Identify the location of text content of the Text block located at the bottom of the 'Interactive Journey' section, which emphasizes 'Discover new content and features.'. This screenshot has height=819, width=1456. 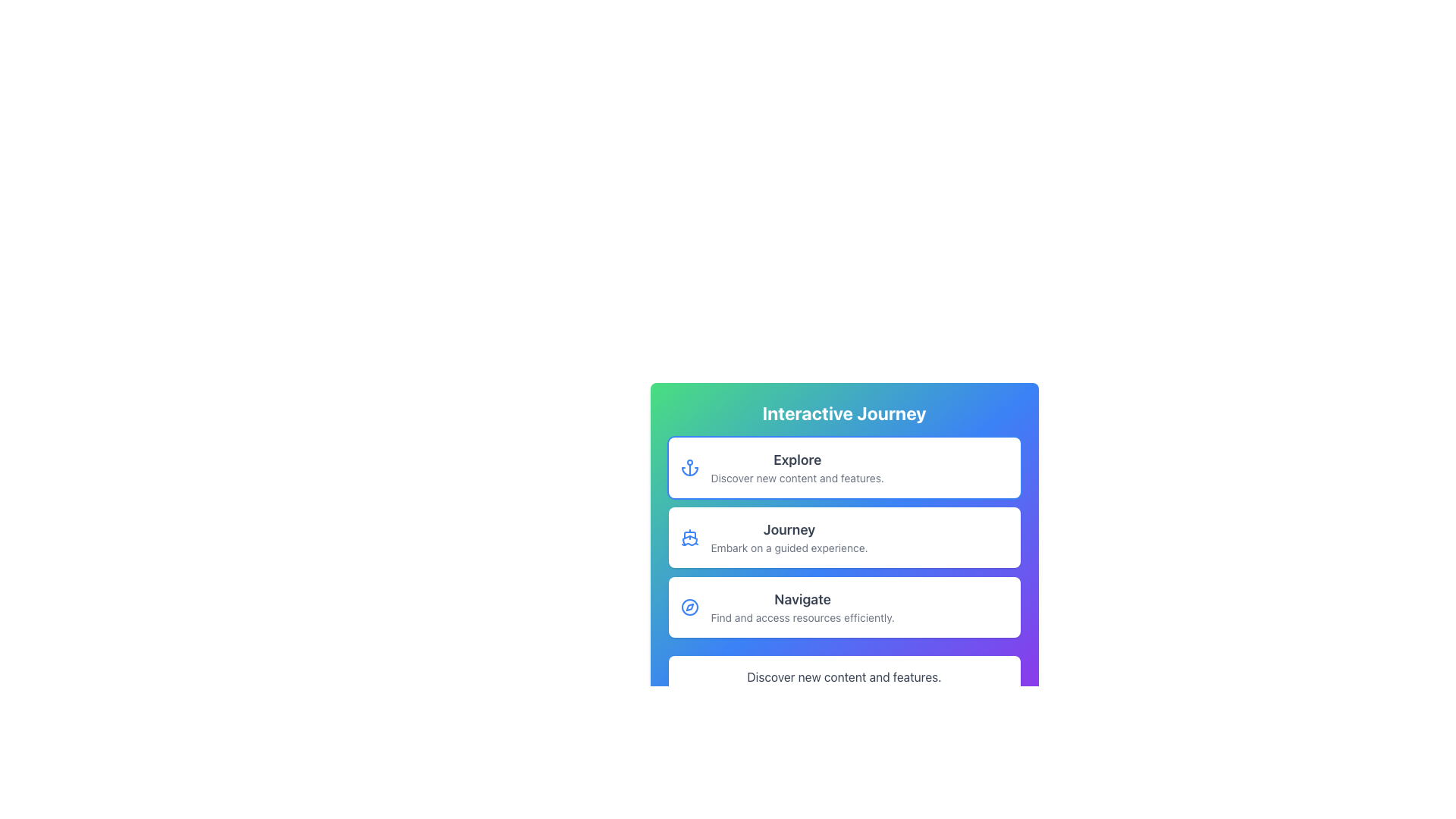
(843, 676).